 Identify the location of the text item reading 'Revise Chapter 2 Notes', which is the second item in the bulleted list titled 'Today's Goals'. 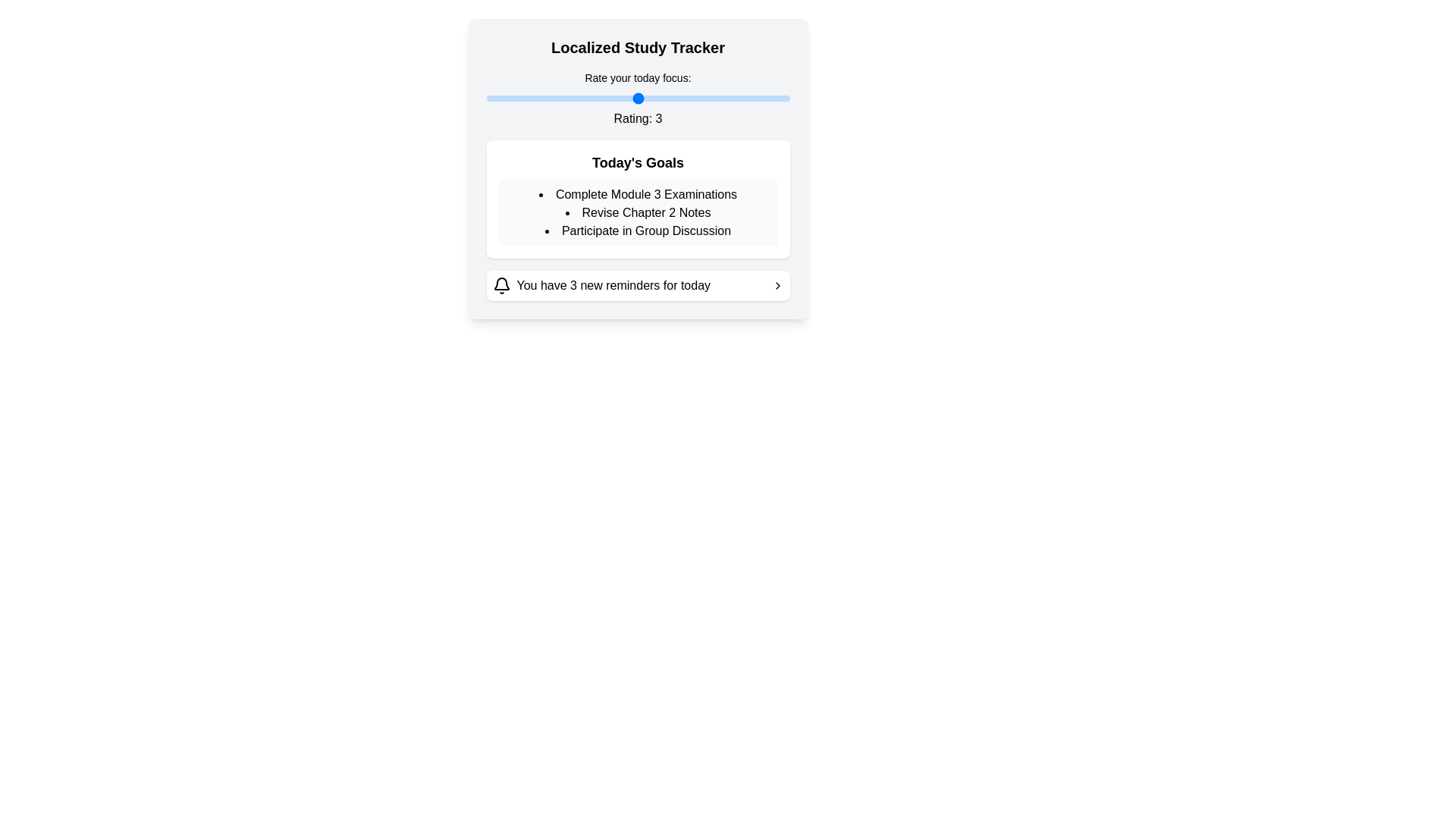
(638, 213).